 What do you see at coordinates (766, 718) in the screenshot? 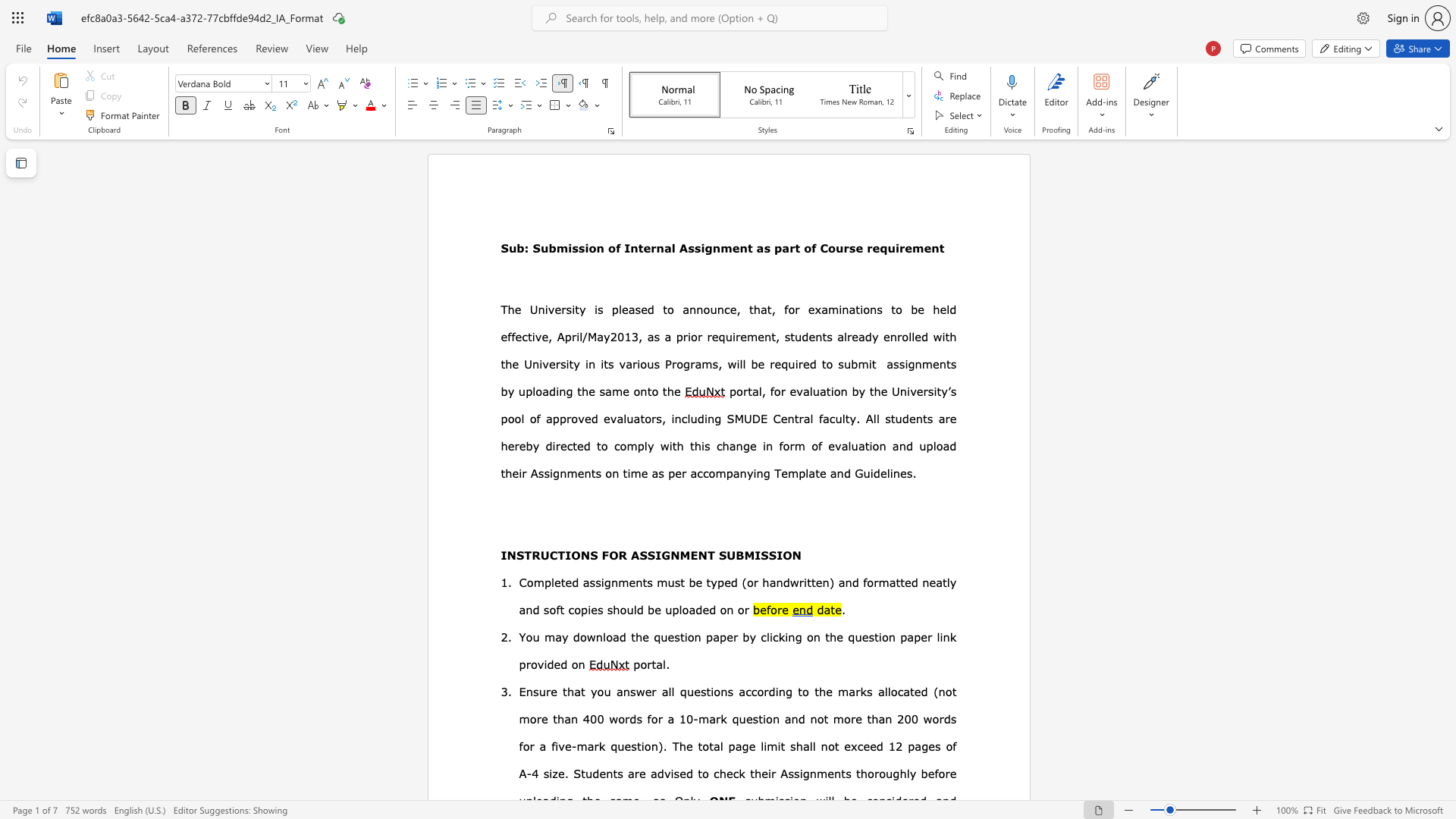
I see `the subset text "on and not more than 200 words for a five-mark question). T" within the text "(not more than 400 words for a 10-mark question and not more than 200 words for a five-mark question). The tot"` at bounding box center [766, 718].